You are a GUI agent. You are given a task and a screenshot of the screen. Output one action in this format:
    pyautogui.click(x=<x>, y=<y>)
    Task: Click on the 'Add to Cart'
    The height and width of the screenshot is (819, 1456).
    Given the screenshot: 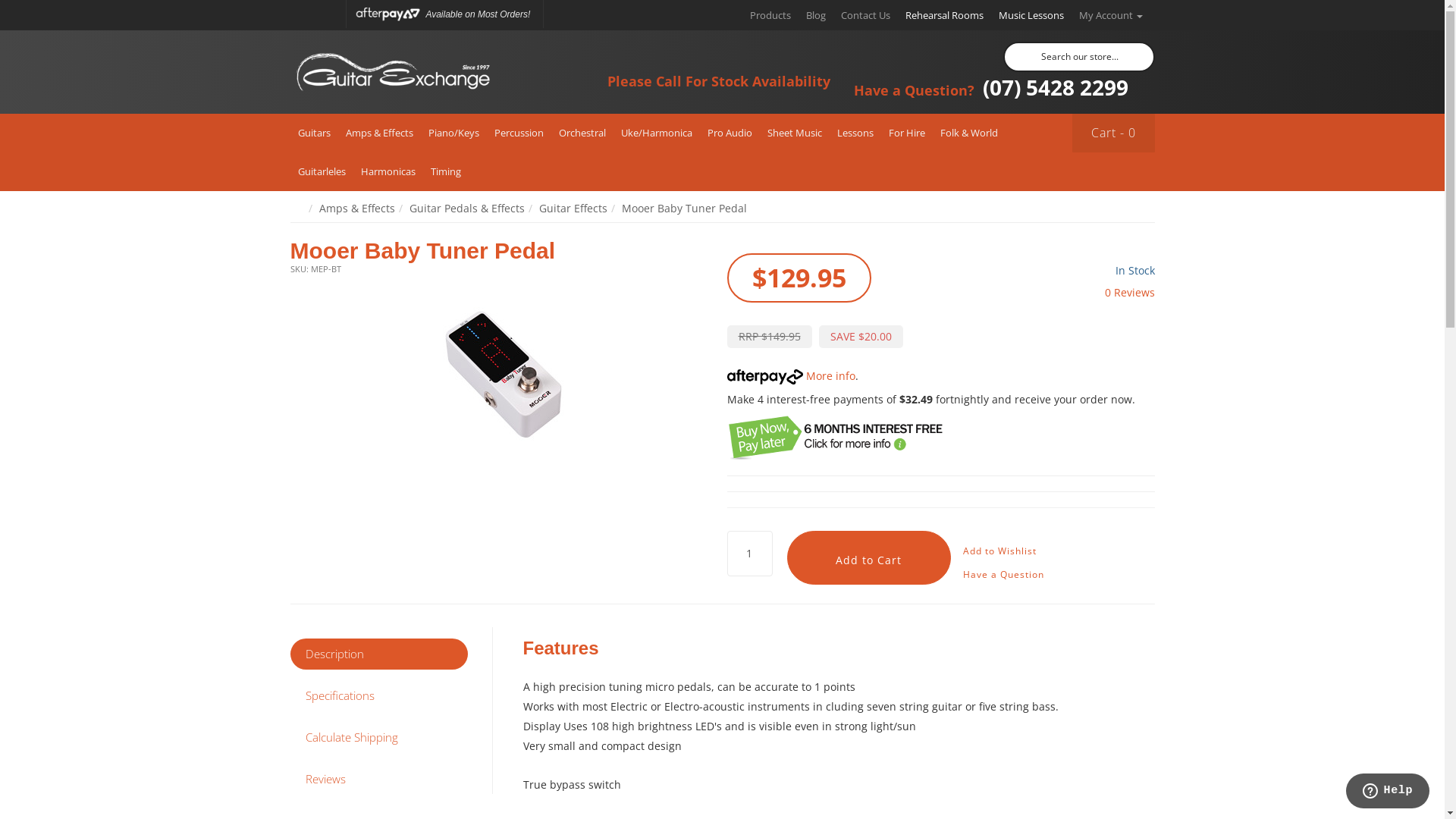 What is the action you would take?
    pyautogui.click(x=869, y=557)
    